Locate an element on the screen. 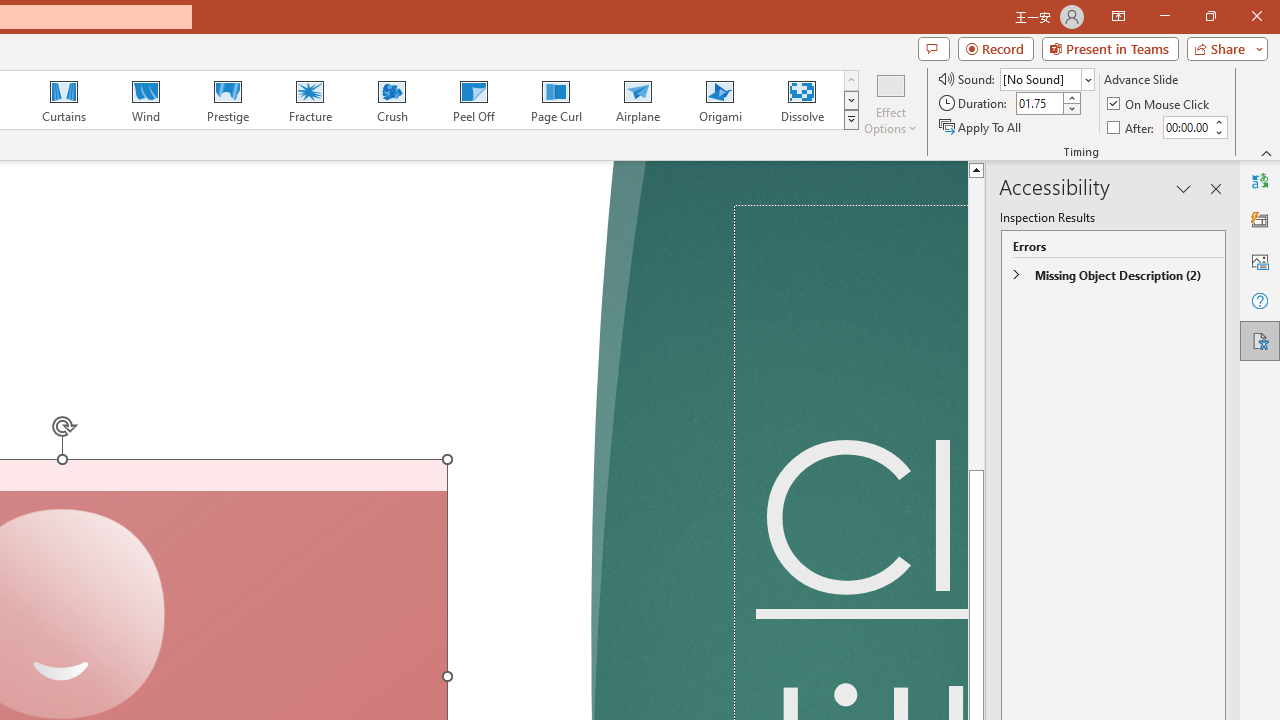 This screenshot has width=1280, height=720. 'After' is located at coordinates (1132, 127).